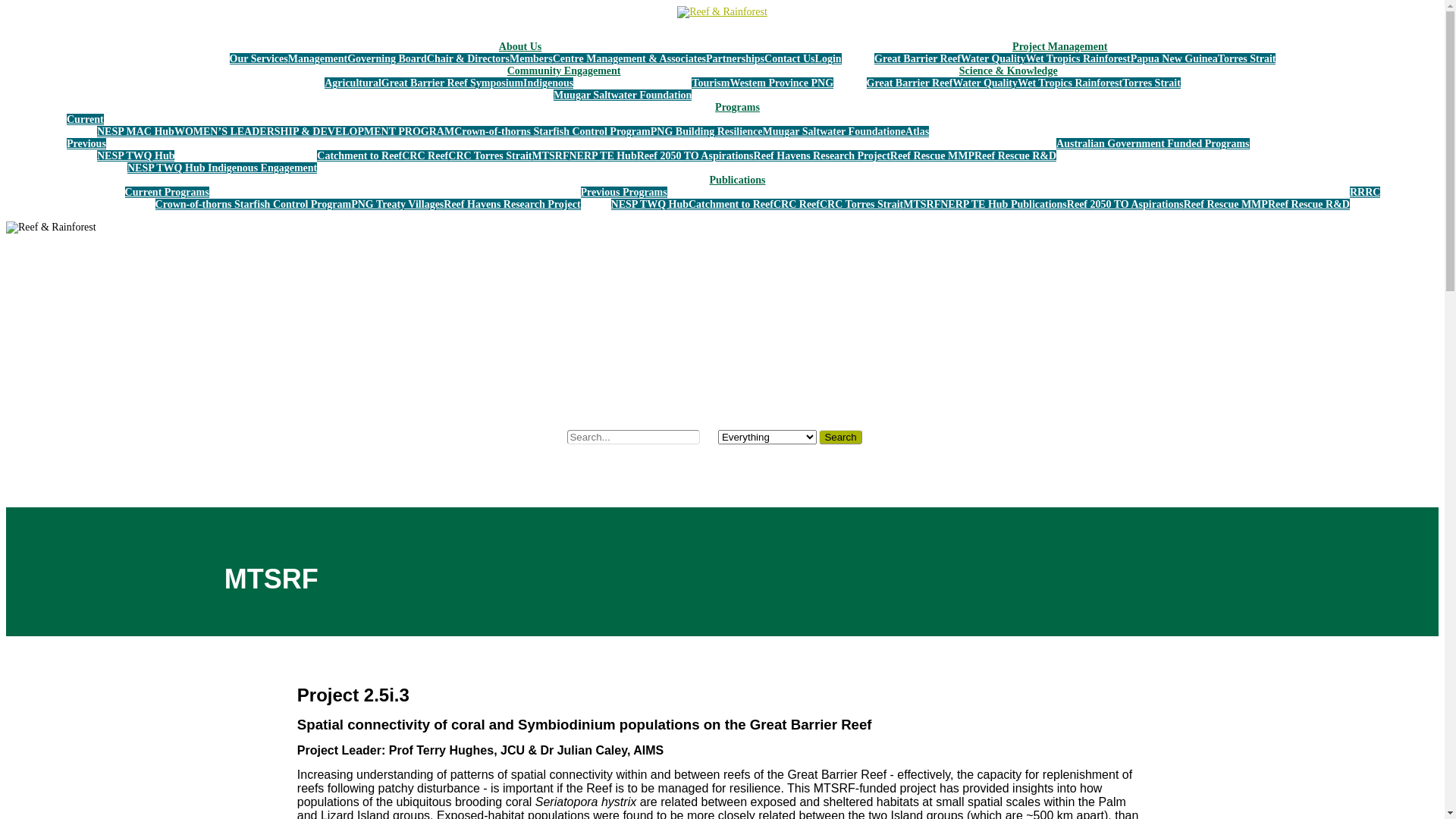 The image size is (1456, 819). Describe the element at coordinates (901, 130) in the screenshot. I see `'eAtlas'` at that location.